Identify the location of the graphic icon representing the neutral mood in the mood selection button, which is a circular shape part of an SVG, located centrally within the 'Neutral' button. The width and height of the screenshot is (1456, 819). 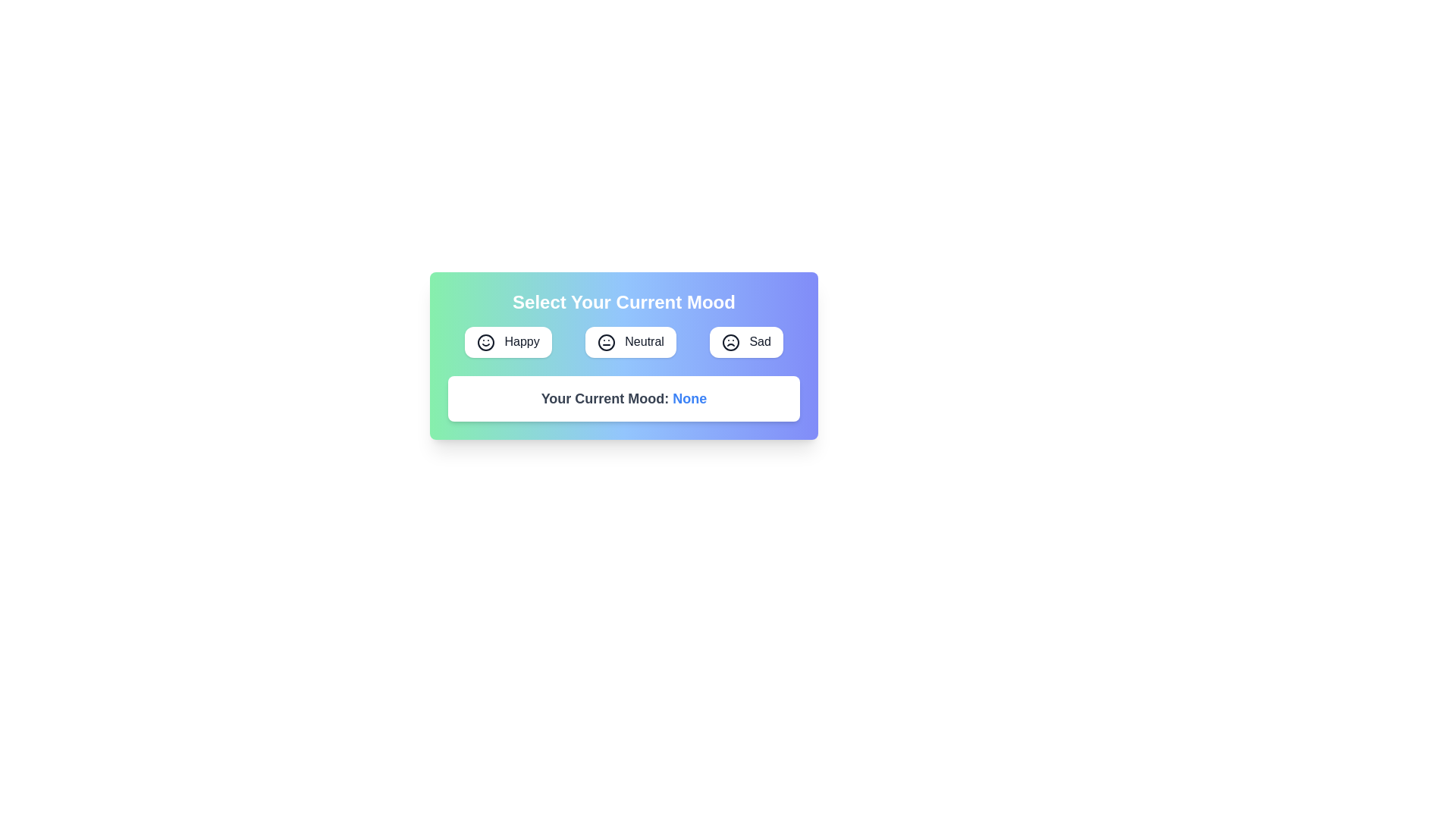
(605, 342).